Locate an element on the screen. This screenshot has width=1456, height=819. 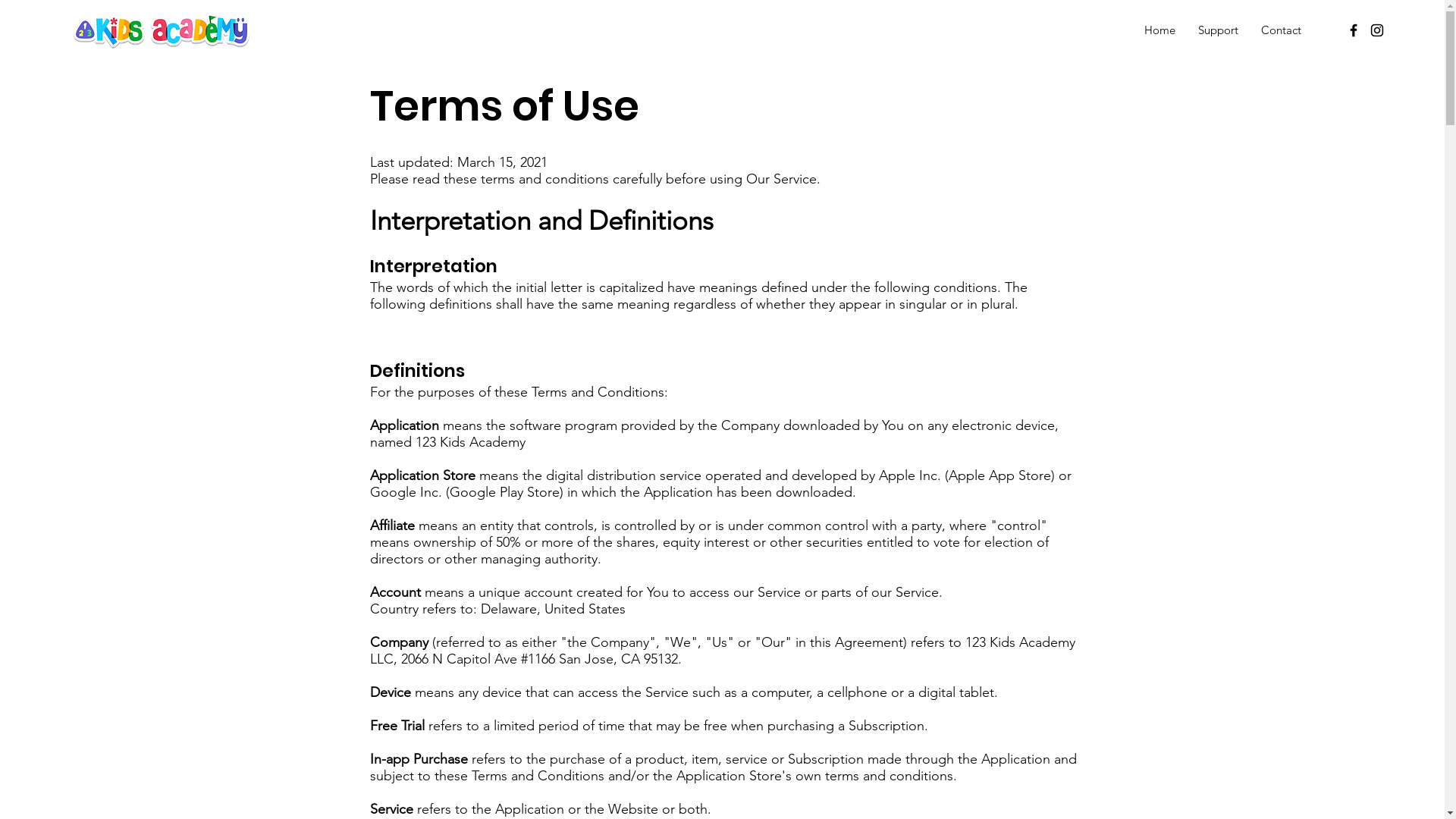
'Home' is located at coordinates (1159, 30).